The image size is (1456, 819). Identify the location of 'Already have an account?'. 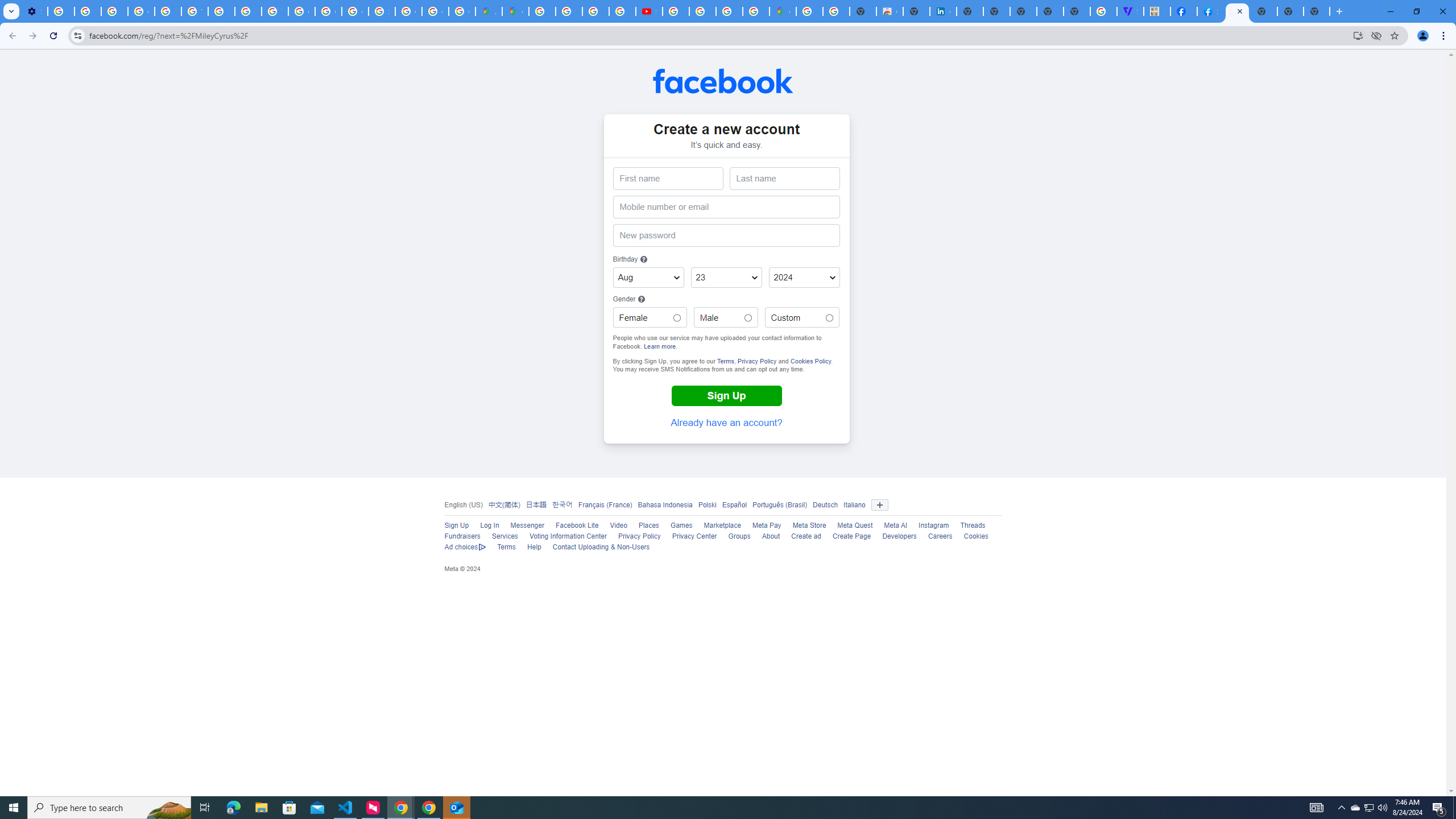
(726, 423).